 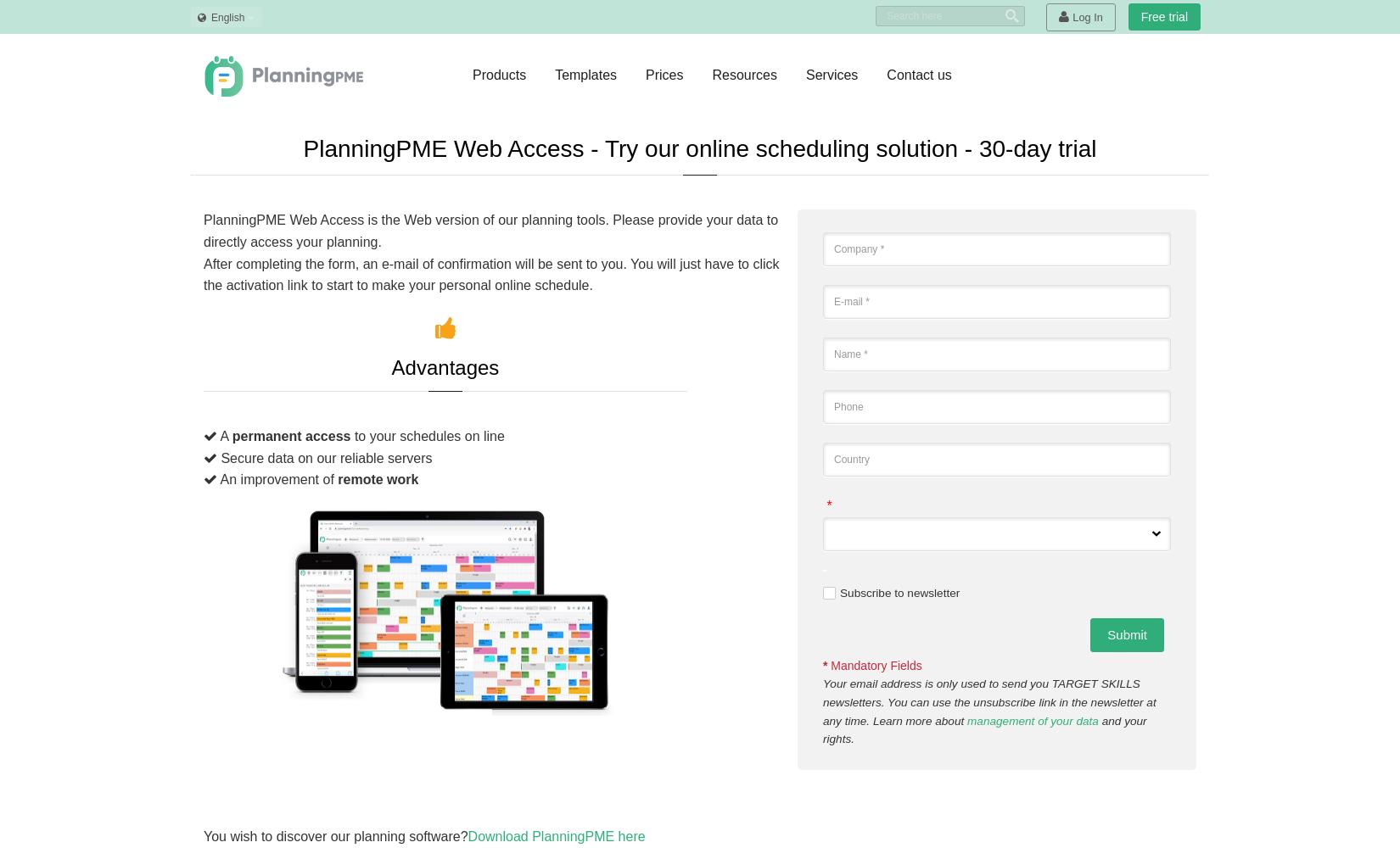 What do you see at coordinates (204, 273) in the screenshot?
I see `'After completing the form, an e-mail of confirmation will be sent to you. You will just have to click the activation link to start to make your personal online schedule.'` at bounding box center [204, 273].